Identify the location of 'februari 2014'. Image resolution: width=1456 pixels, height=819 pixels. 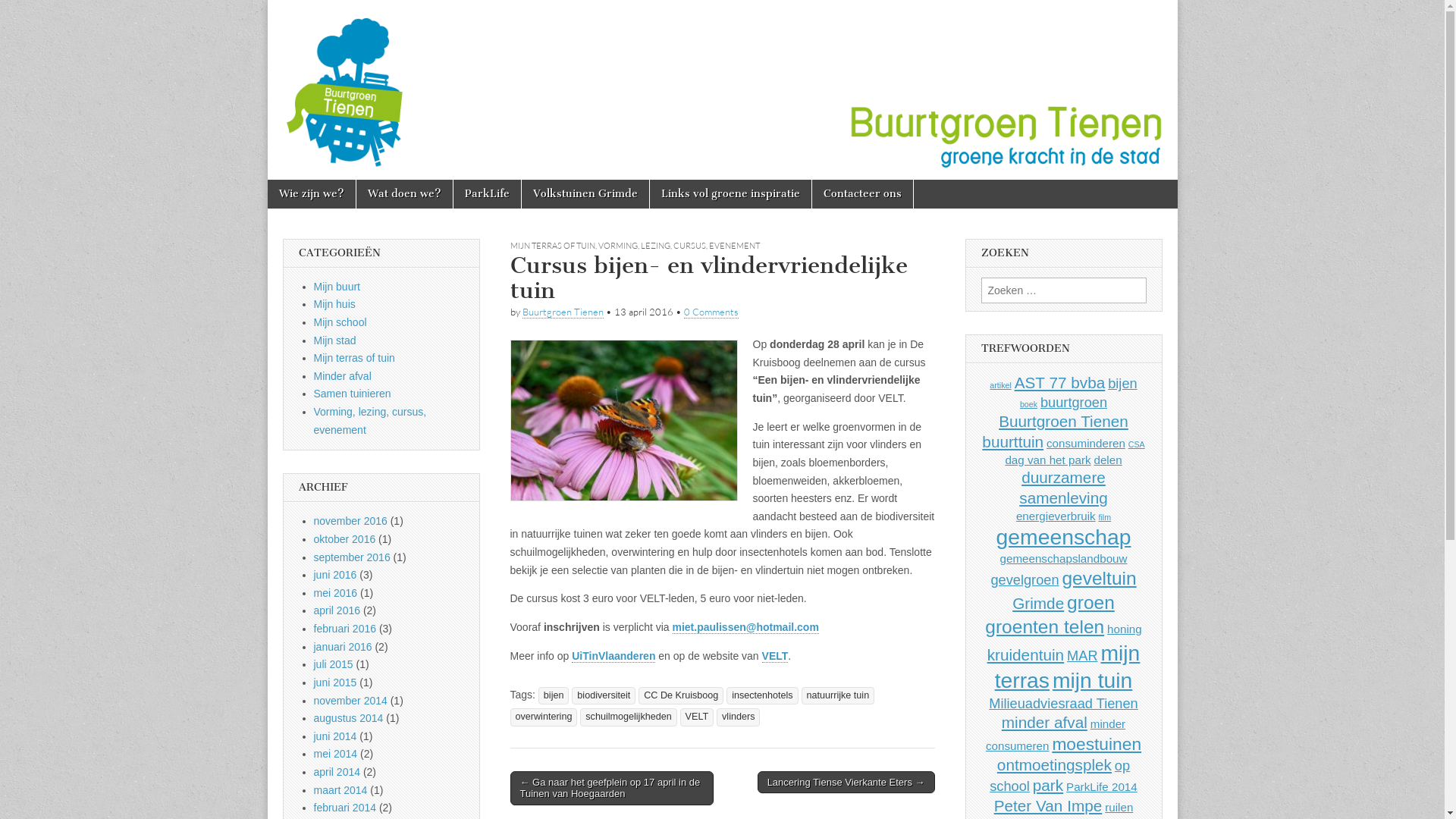
(312, 806).